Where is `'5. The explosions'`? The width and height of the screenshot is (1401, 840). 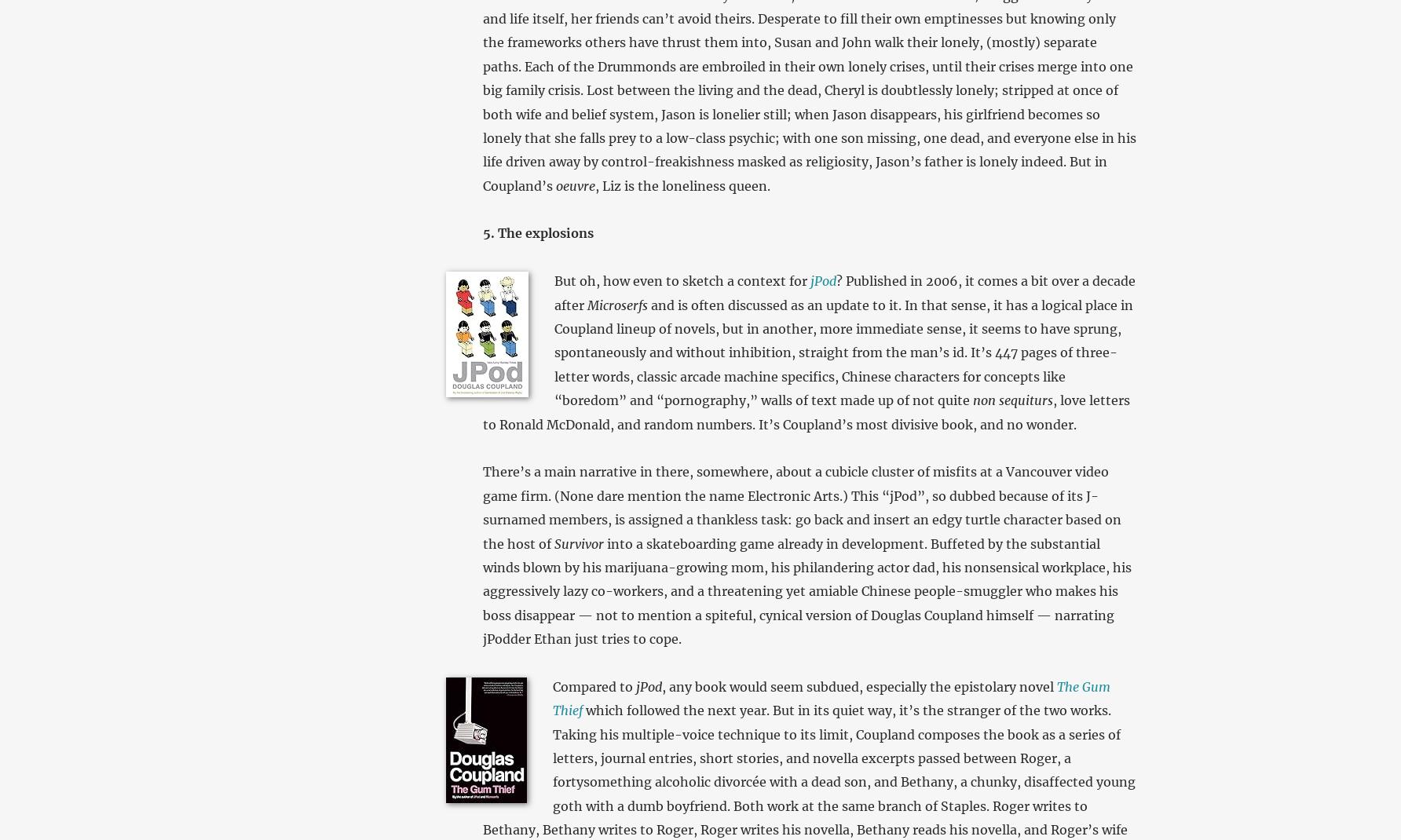
'5. The explosions' is located at coordinates (537, 233).